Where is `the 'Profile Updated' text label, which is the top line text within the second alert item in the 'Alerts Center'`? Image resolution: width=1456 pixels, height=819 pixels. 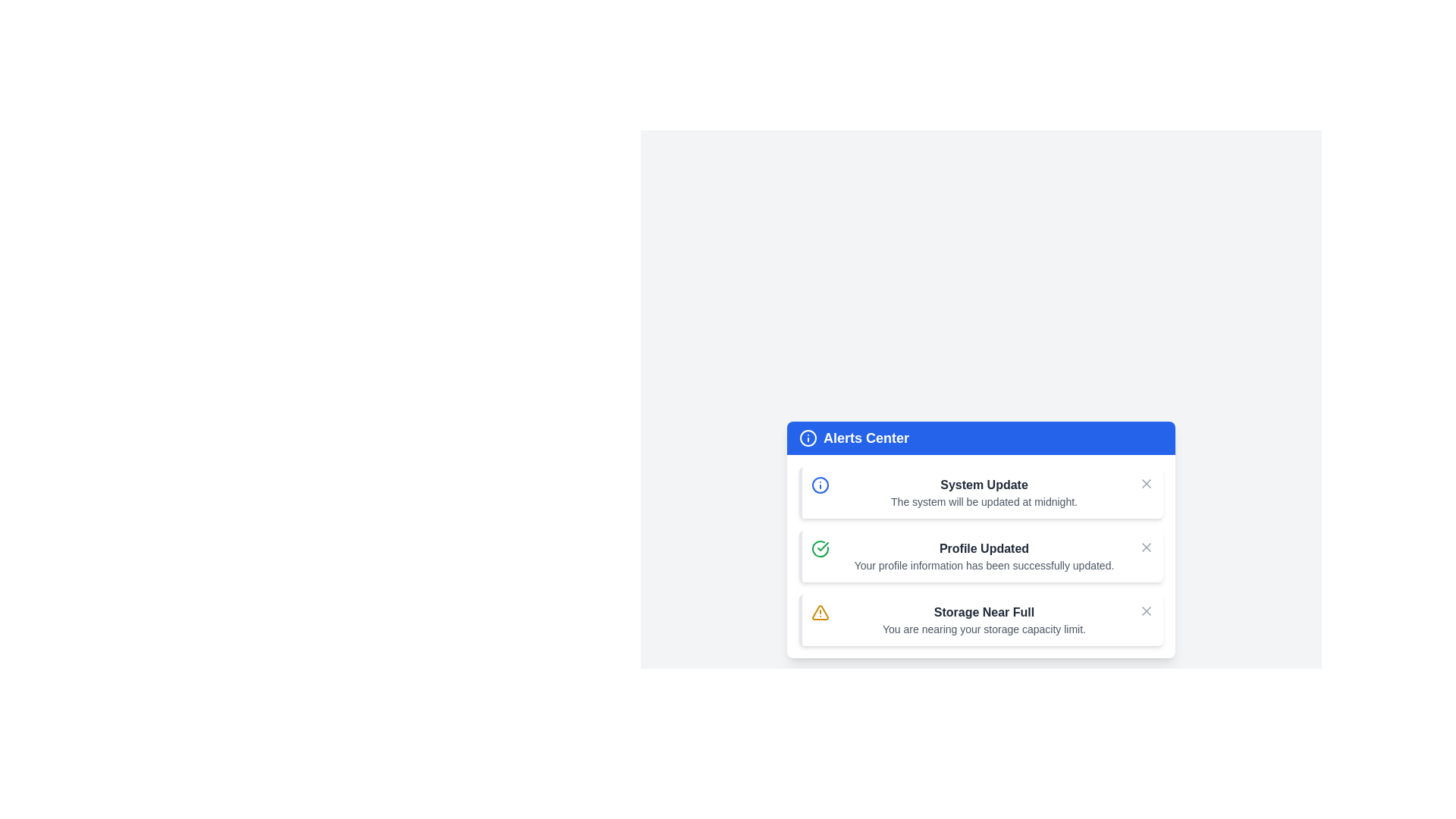
the 'Profile Updated' text label, which is the top line text within the second alert item in the 'Alerts Center' is located at coordinates (984, 549).